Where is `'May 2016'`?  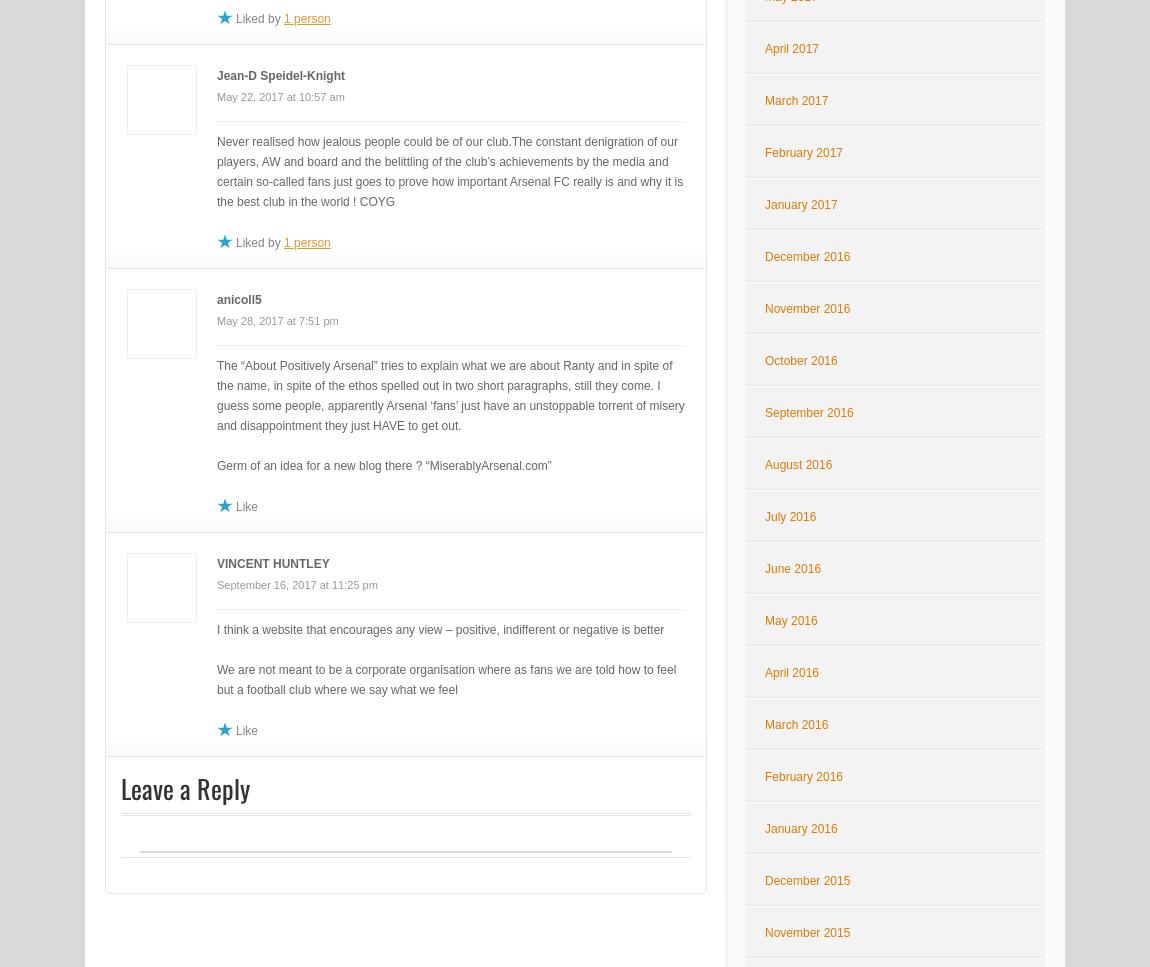 'May 2016' is located at coordinates (789, 621).